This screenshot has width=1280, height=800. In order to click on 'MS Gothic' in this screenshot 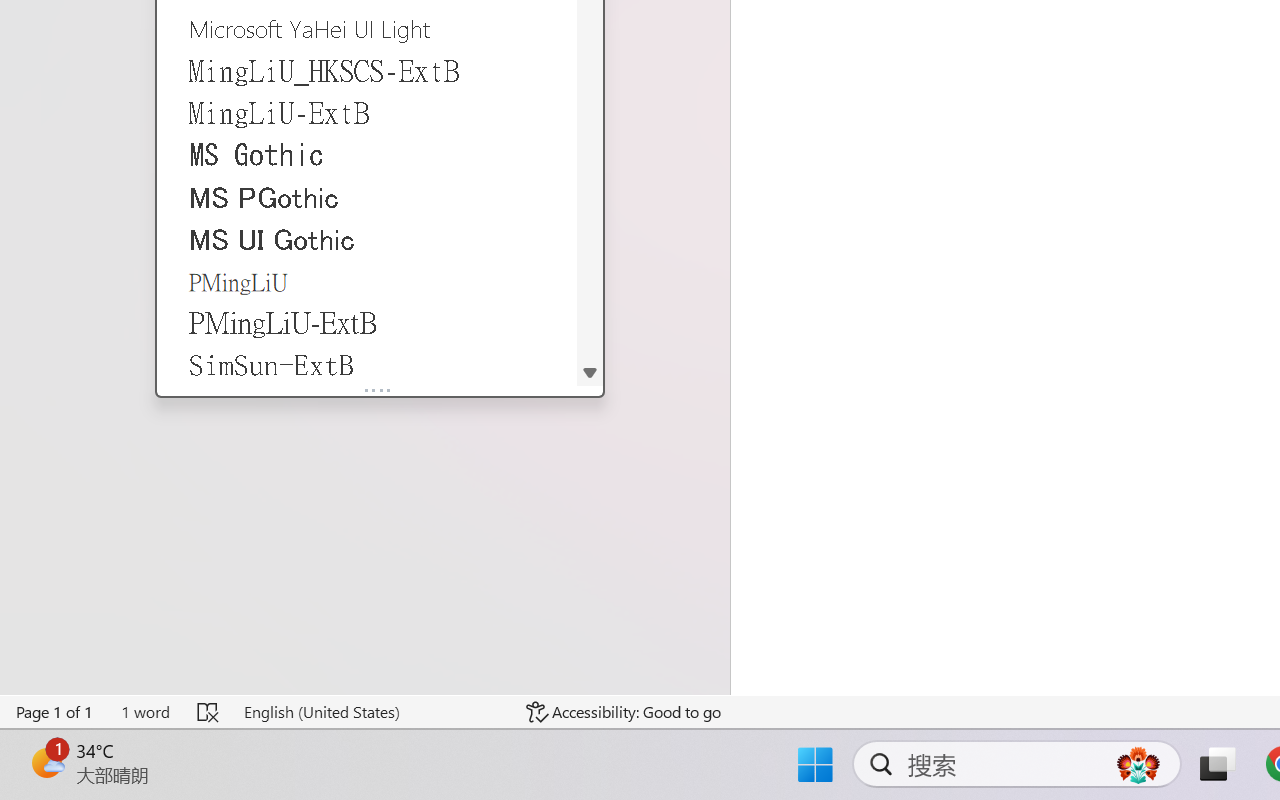, I will do `click(367, 155)`.